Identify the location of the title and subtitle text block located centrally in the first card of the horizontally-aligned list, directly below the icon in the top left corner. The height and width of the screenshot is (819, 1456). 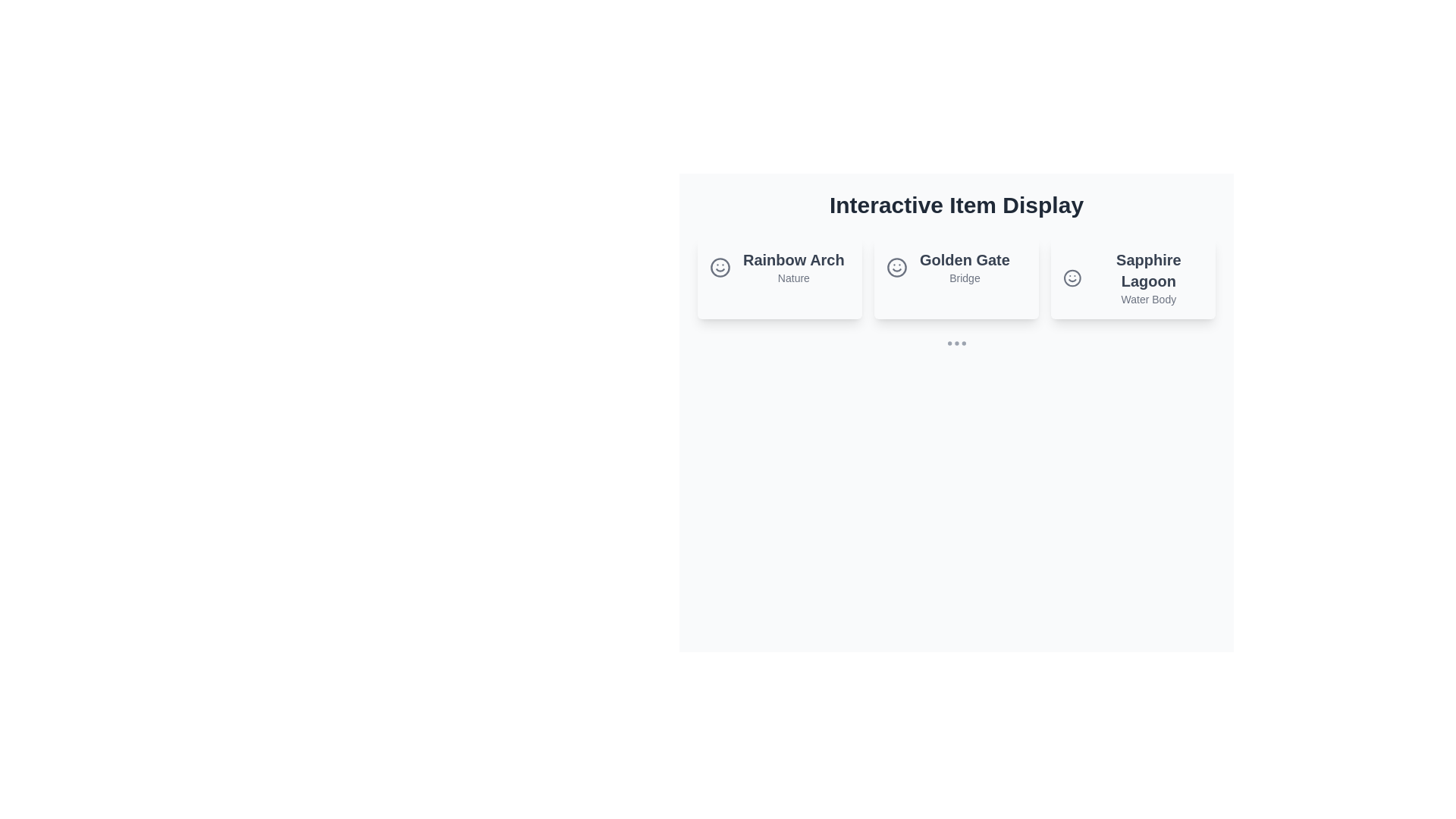
(792, 267).